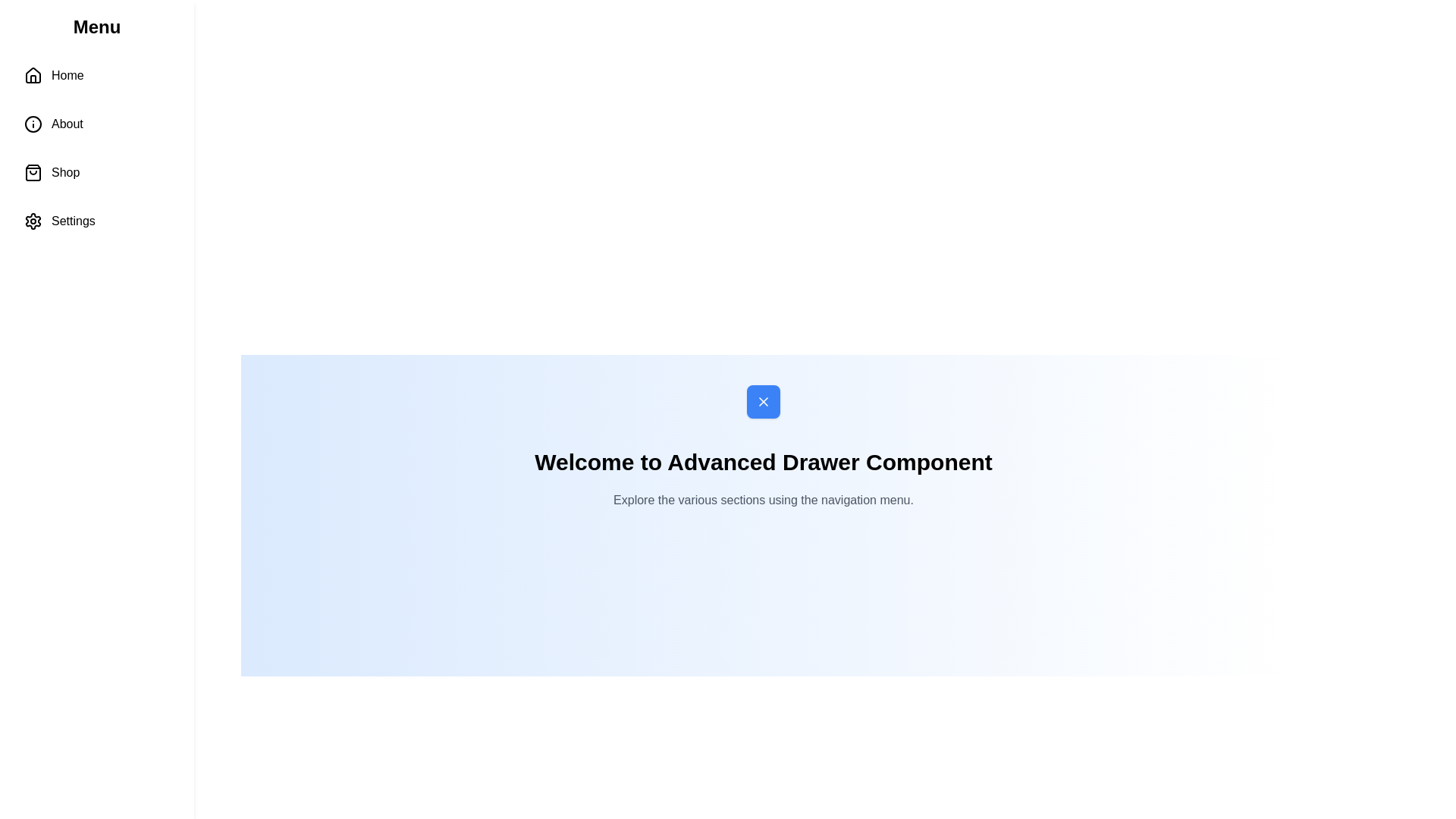 The image size is (1456, 819). Describe the element at coordinates (33, 124) in the screenshot. I see `the SVG Info Icon located in the sidebar menu, which visually represents the 'About' section and is positioned directly before the 'About' text` at that location.